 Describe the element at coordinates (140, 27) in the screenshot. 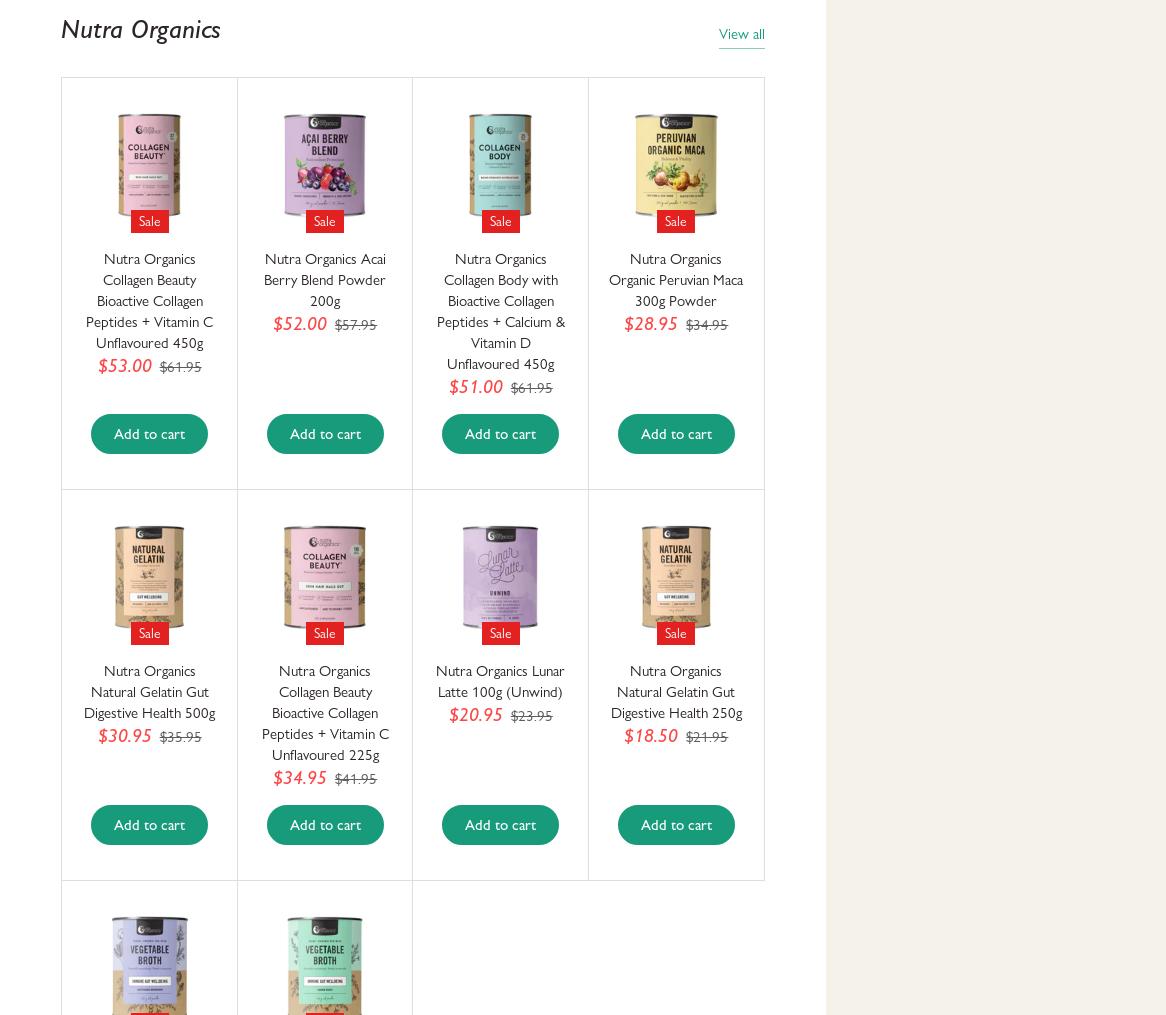

I see `'Nutra Organics'` at that location.